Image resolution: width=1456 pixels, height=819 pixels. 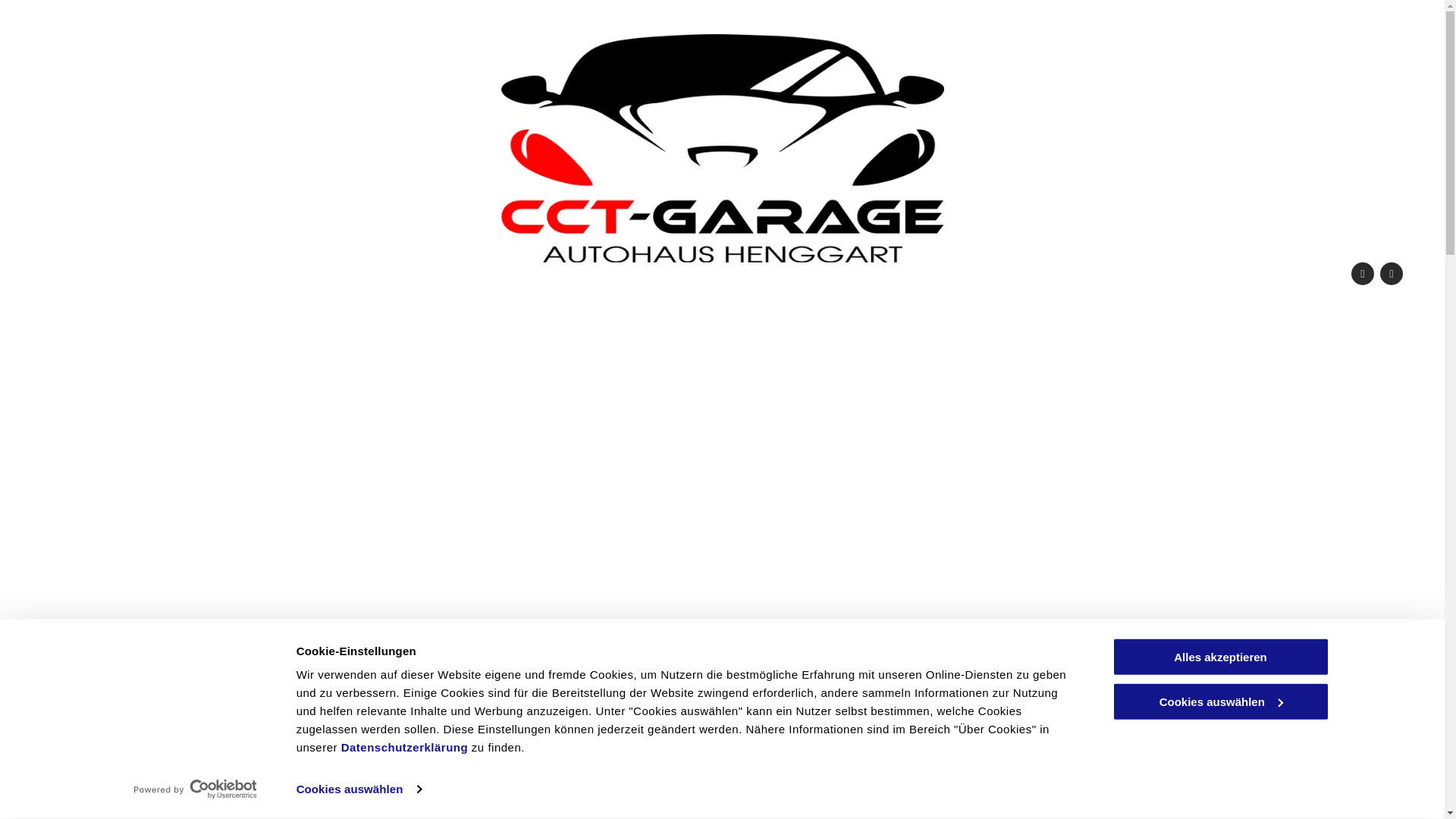 What do you see at coordinates (1111, 656) in the screenshot?
I see `'Alles akzeptieren'` at bounding box center [1111, 656].